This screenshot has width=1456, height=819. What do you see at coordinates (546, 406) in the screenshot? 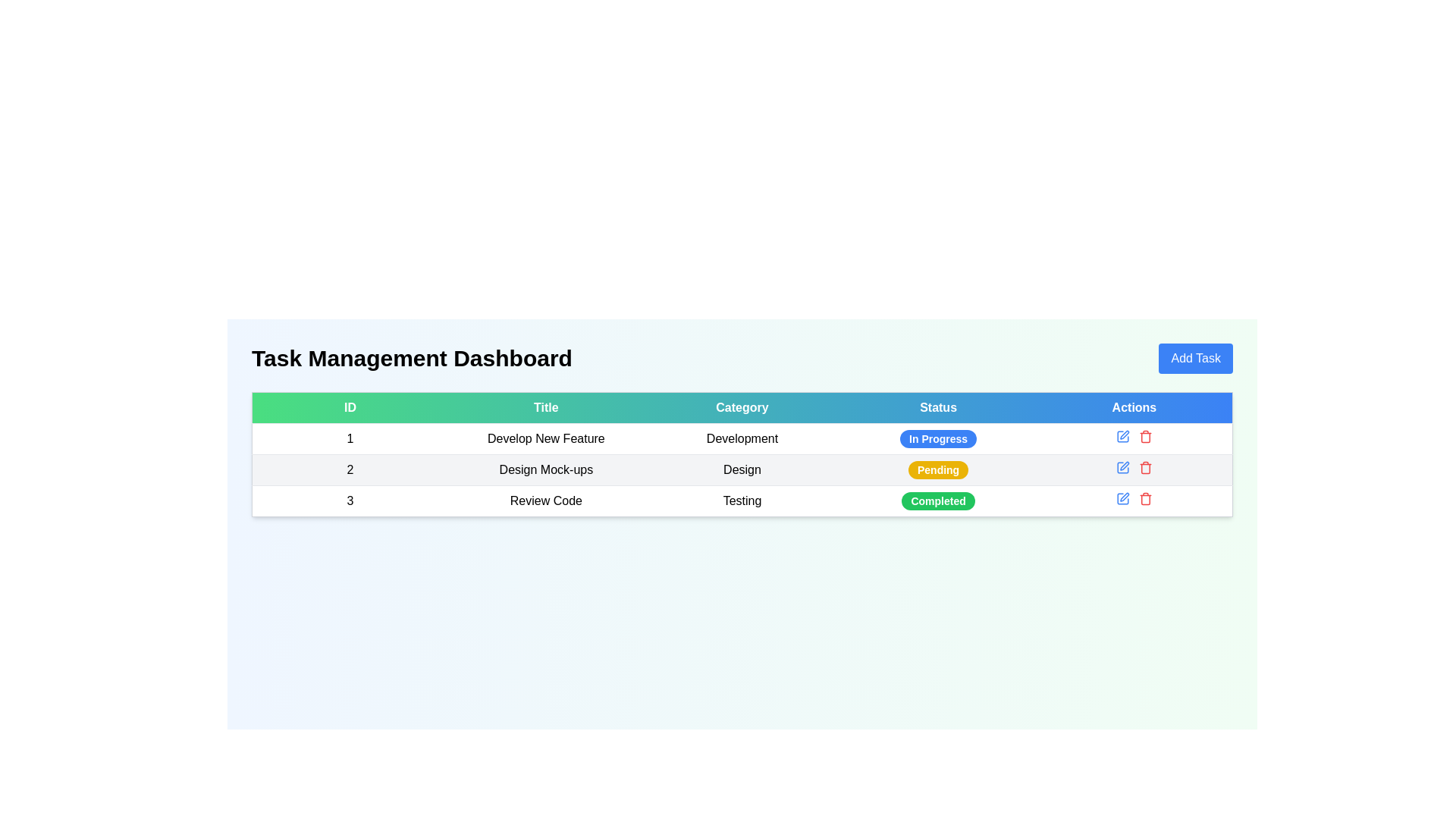
I see `the 'Title' text label, which is the second column header in the table, styled with white text on a gradient background from green to blue` at bounding box center [546, 406].